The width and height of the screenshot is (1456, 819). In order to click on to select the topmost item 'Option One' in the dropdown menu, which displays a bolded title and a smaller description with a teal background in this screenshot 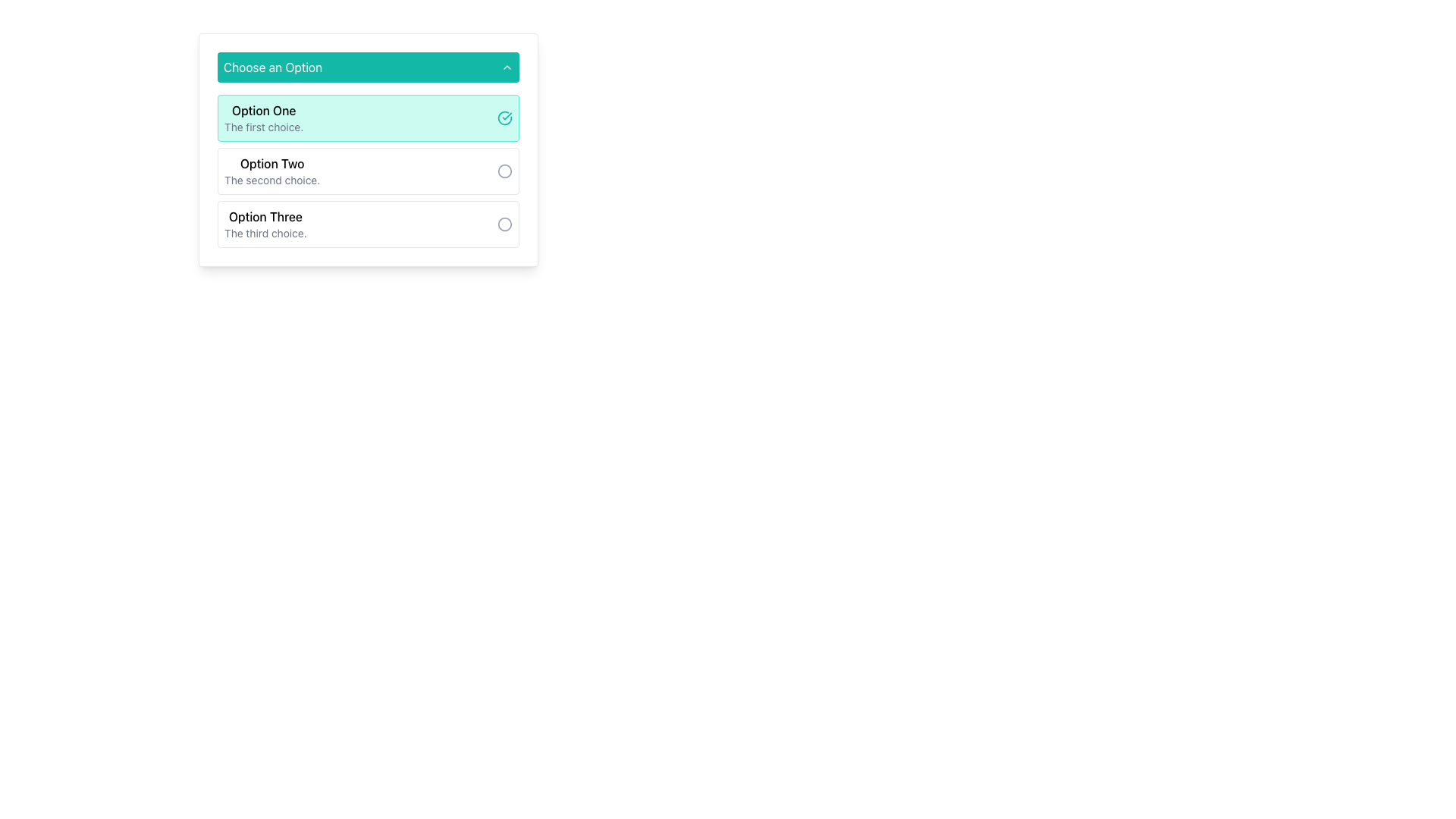, I will do `click(263, 117)`.